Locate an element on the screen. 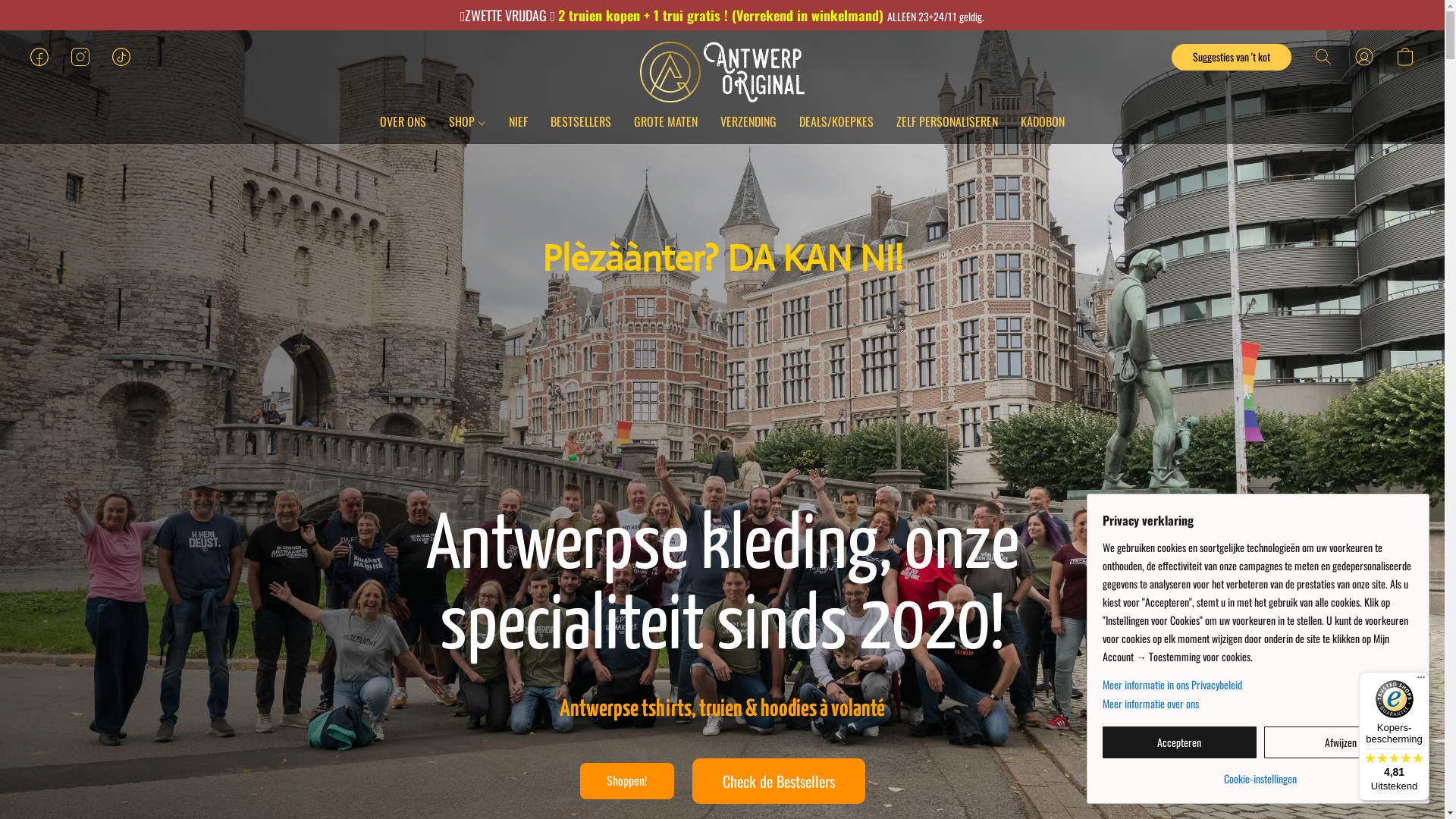 Image resolution: width=1456 pixels, height=819 pixels. 'SHOP' is located at coordinates (466, 120).